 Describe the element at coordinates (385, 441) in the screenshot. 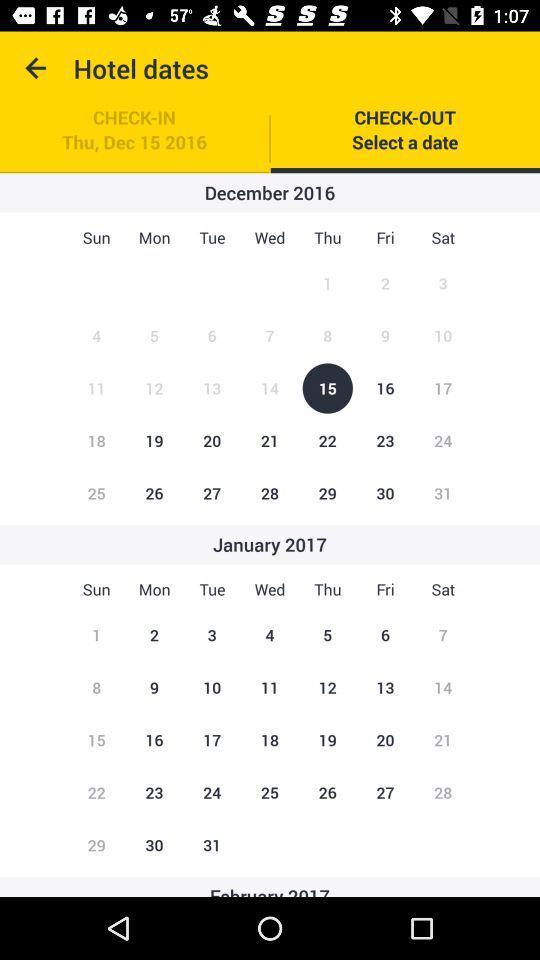

I see `number 23 in december 2016` at that location.